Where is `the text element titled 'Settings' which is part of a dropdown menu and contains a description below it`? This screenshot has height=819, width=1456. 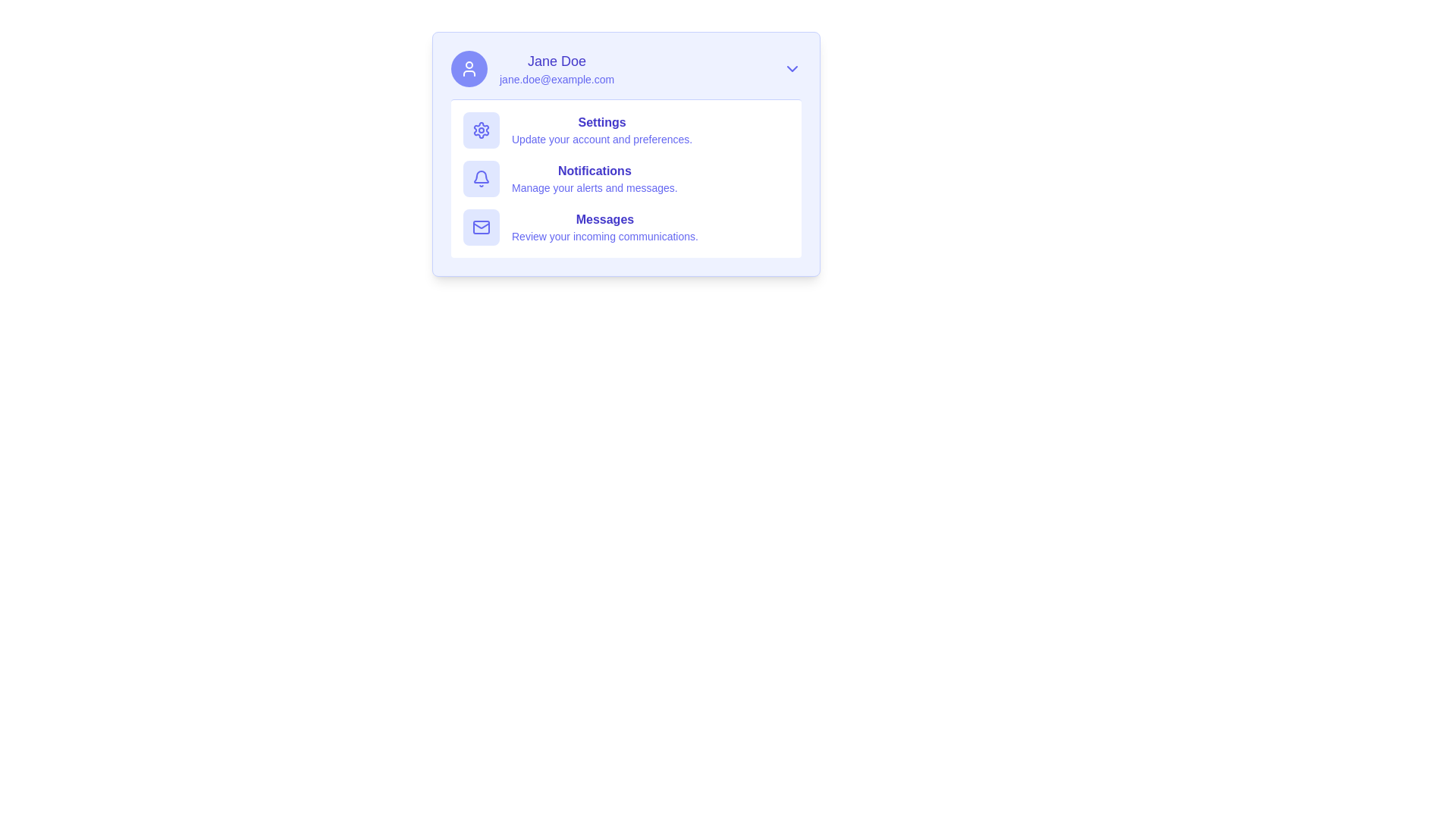 the text element titled 'Settings' which is part of a dropdown menu and contains a description below it is located at coordinates (601, 130).